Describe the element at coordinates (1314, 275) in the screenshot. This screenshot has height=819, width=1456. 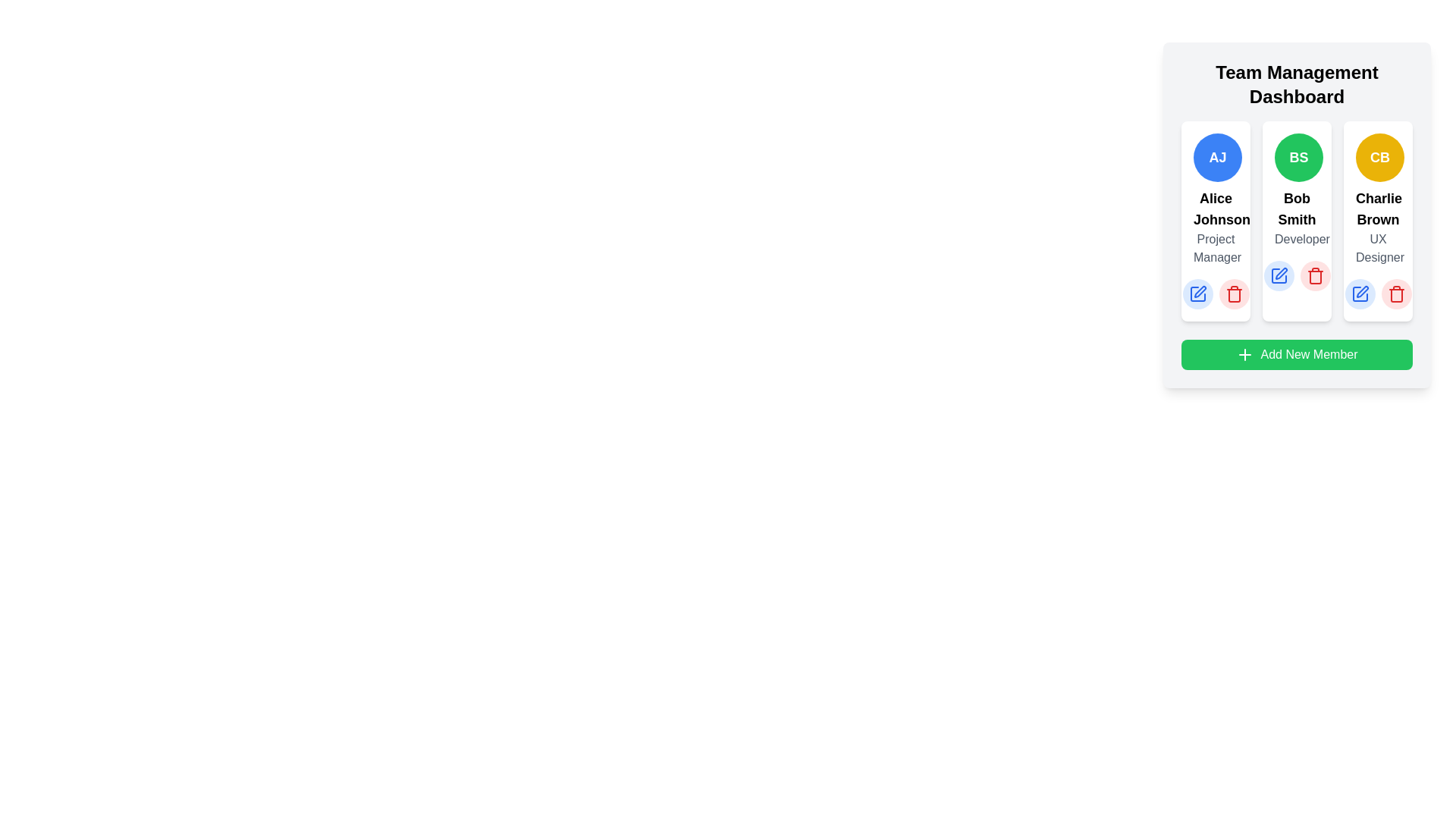
I see `the delete button located beneath the profile information of 'Bob Smith, Developer' in the Team Management Dashboard` at that location.